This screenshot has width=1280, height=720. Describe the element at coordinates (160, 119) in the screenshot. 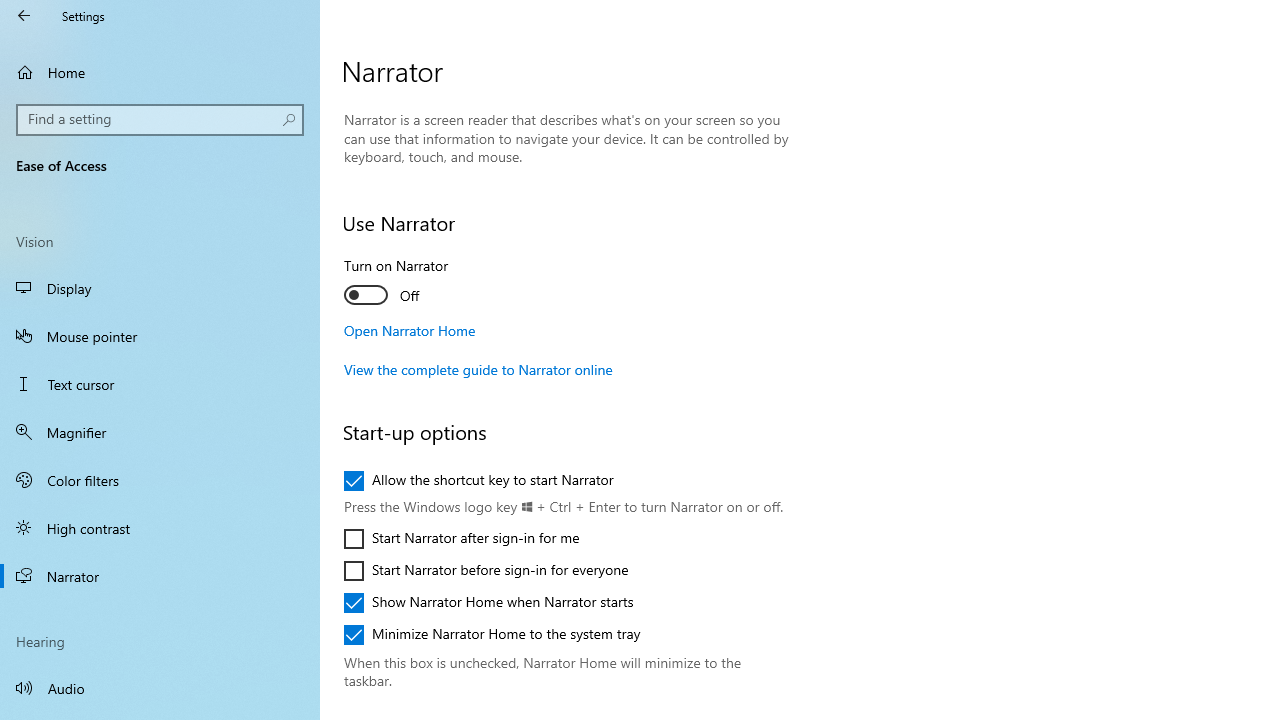

I see `'Search box, Find a setting'` at that location.